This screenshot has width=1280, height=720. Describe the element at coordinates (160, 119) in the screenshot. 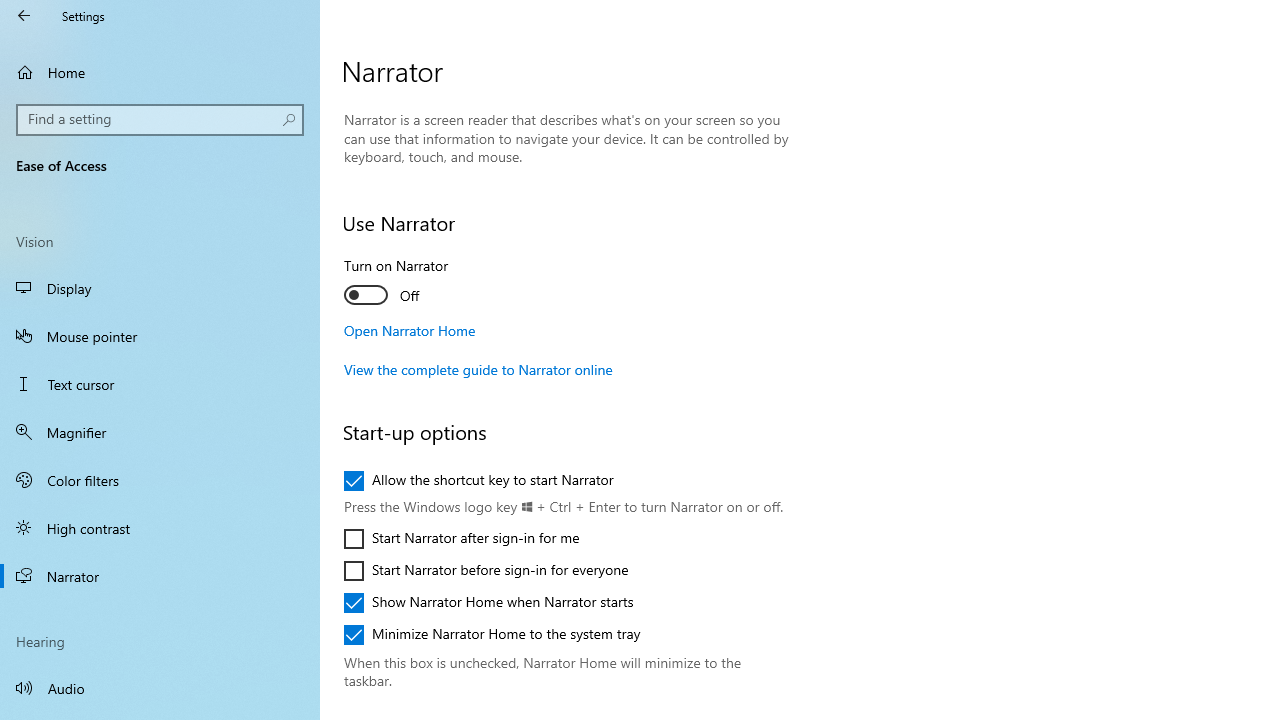

I see `'Search box, Find a setting'` at that location.